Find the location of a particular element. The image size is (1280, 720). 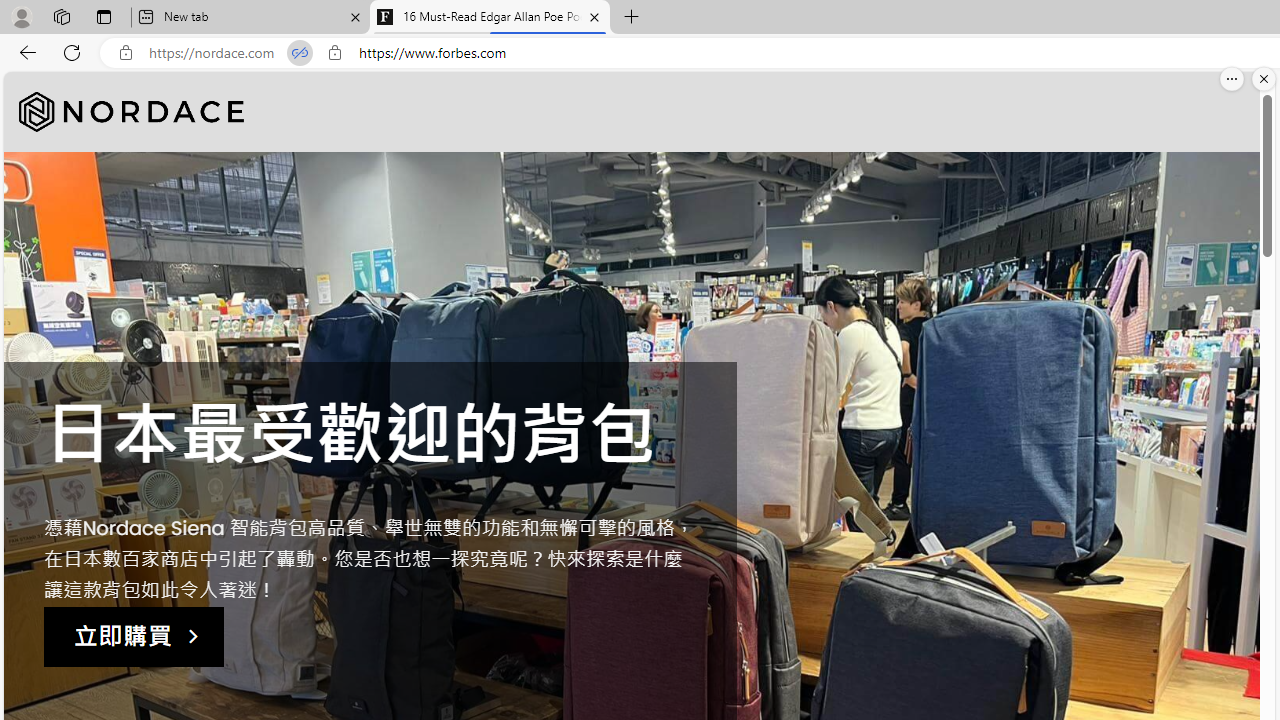

'Close split screen.' is located at coordinates (1263, 78).